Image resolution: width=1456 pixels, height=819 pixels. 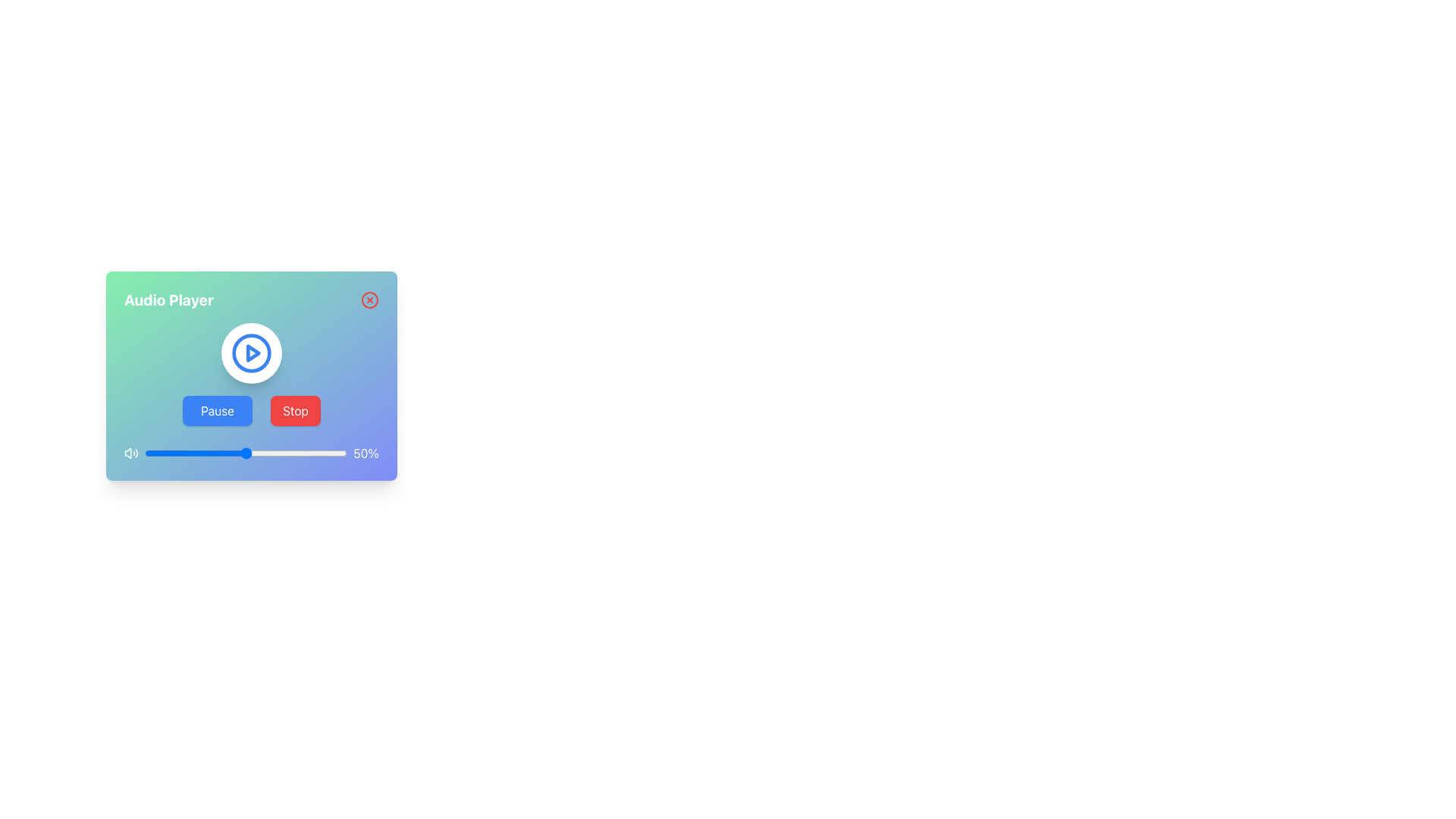 I want to click on the slider, so click(x=239, y=452).